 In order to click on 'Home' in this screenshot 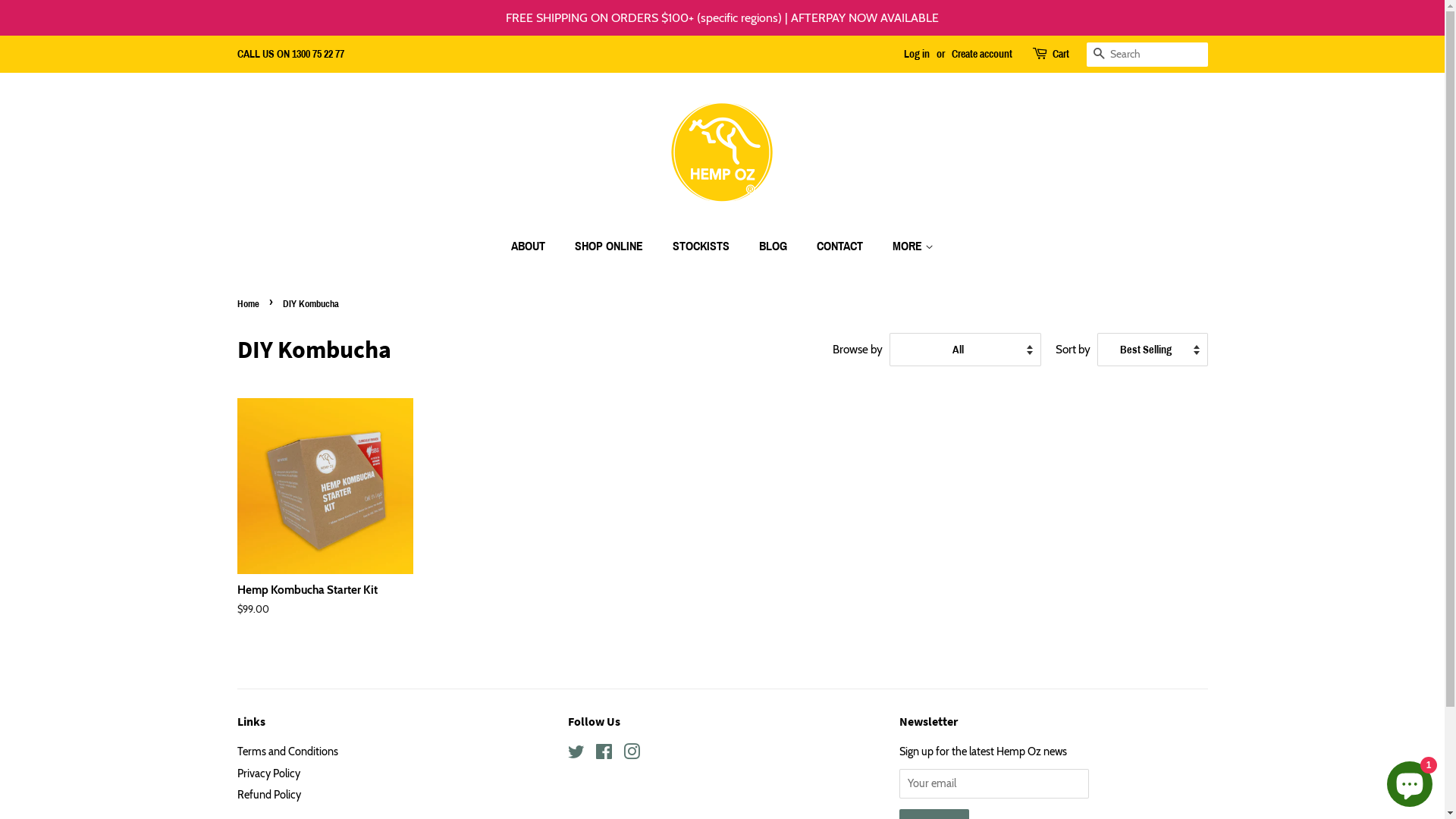, I will do `click(236, 304)`.